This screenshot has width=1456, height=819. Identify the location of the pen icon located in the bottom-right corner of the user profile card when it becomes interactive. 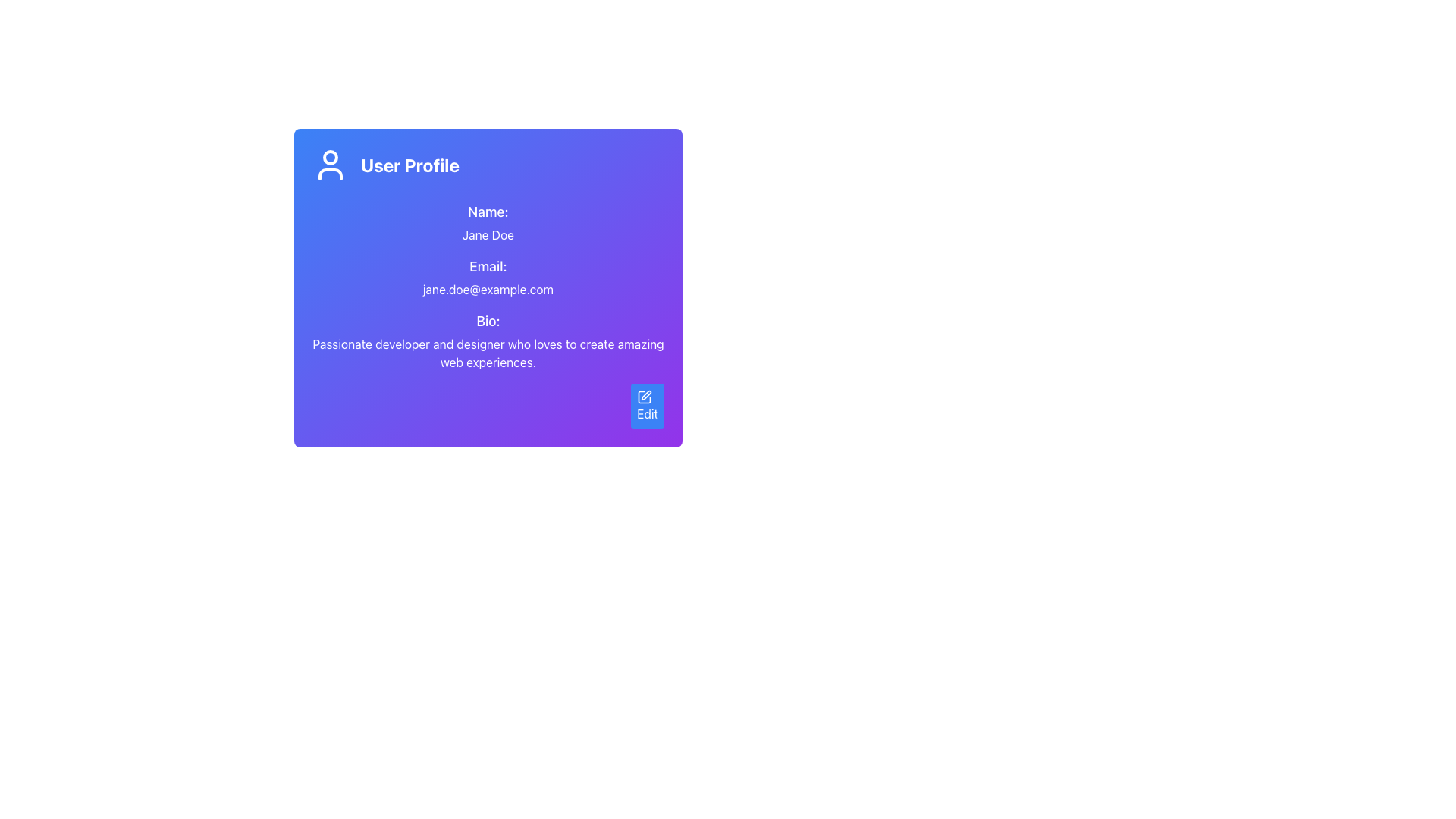
(645, 394).